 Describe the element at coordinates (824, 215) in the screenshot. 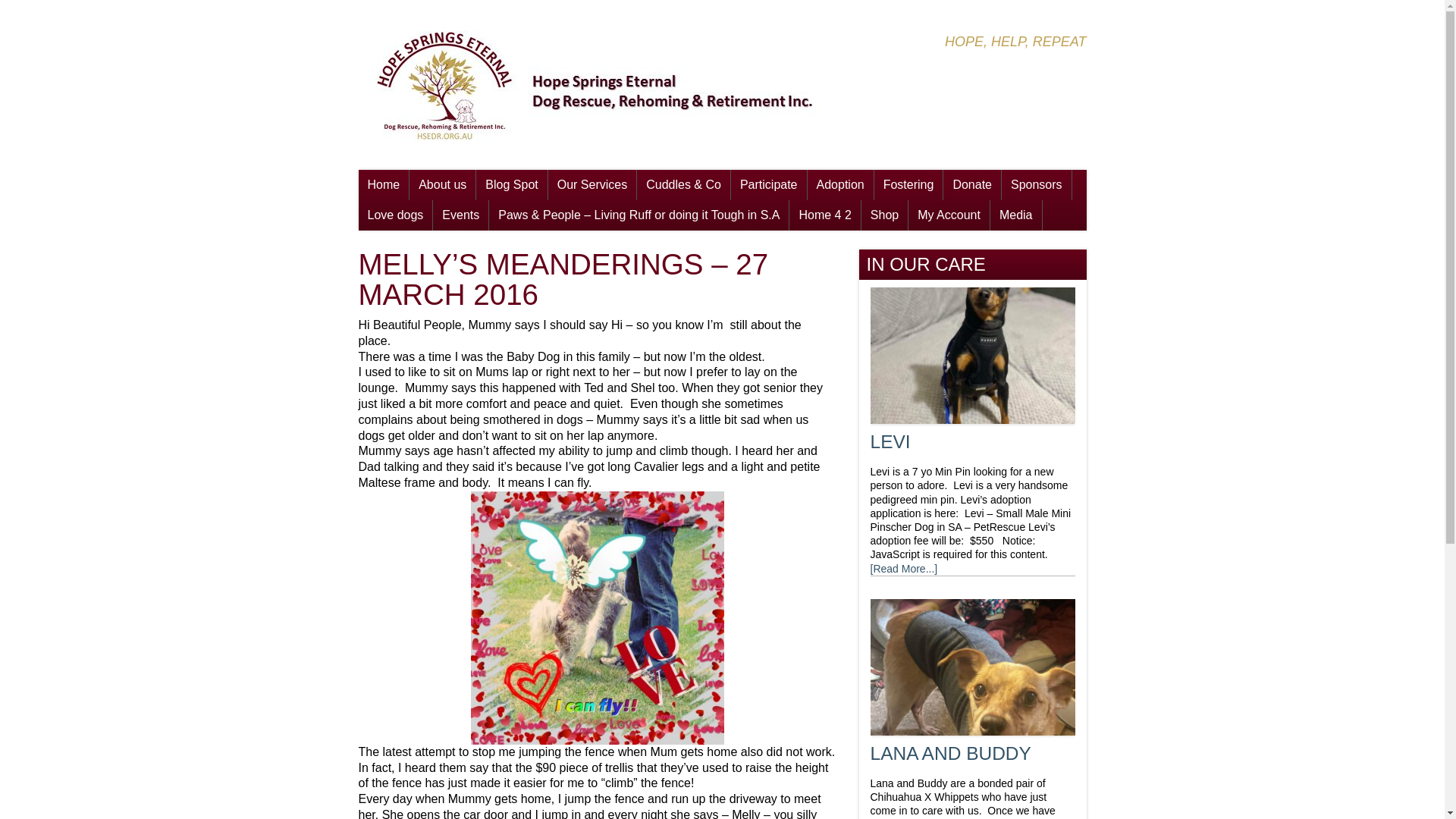

I see `'Home 4 2'` at that location.